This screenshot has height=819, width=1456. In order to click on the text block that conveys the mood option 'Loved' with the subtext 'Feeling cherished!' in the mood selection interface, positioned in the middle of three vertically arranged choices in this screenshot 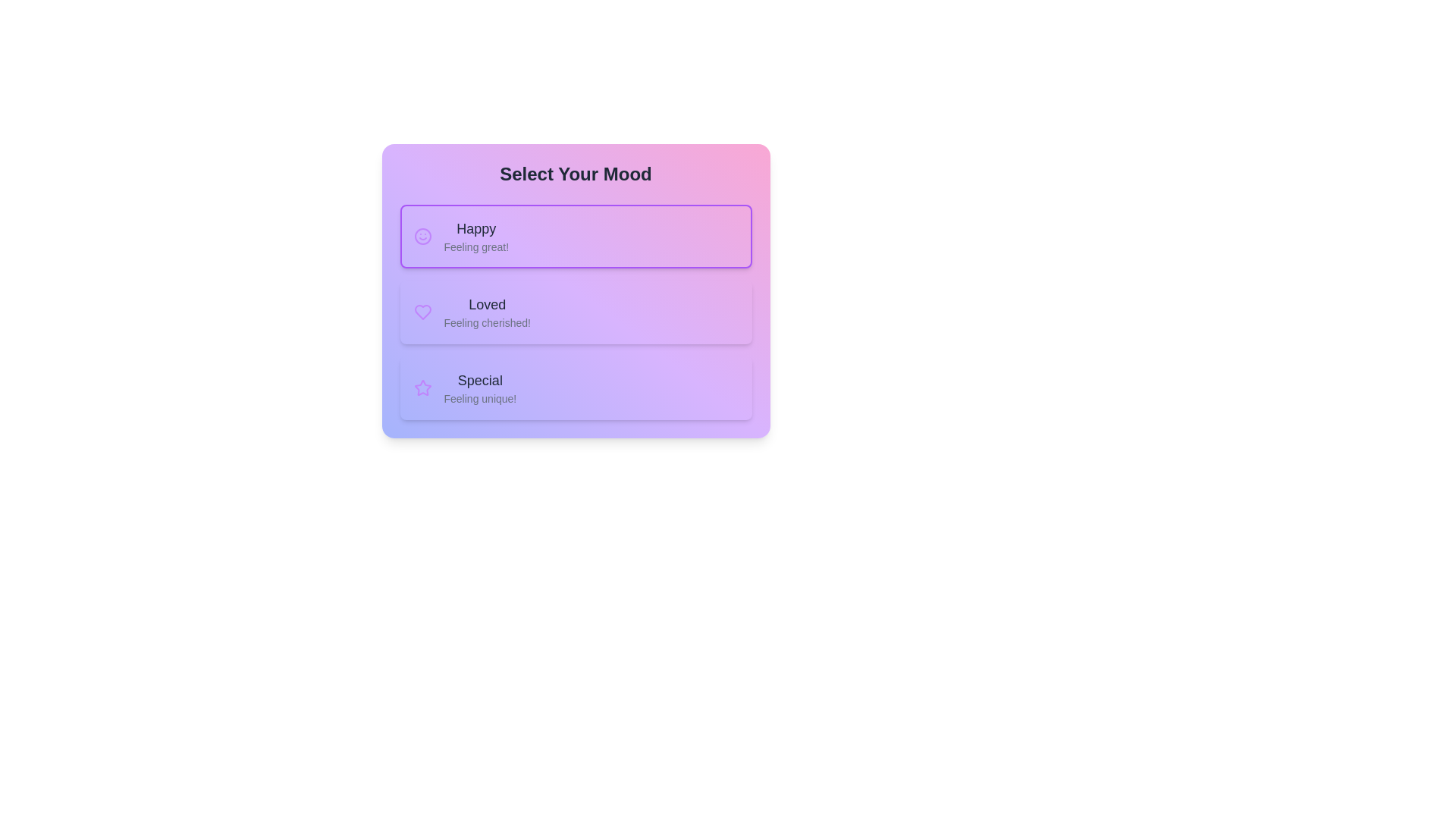, I will do `click(487, 312)`.